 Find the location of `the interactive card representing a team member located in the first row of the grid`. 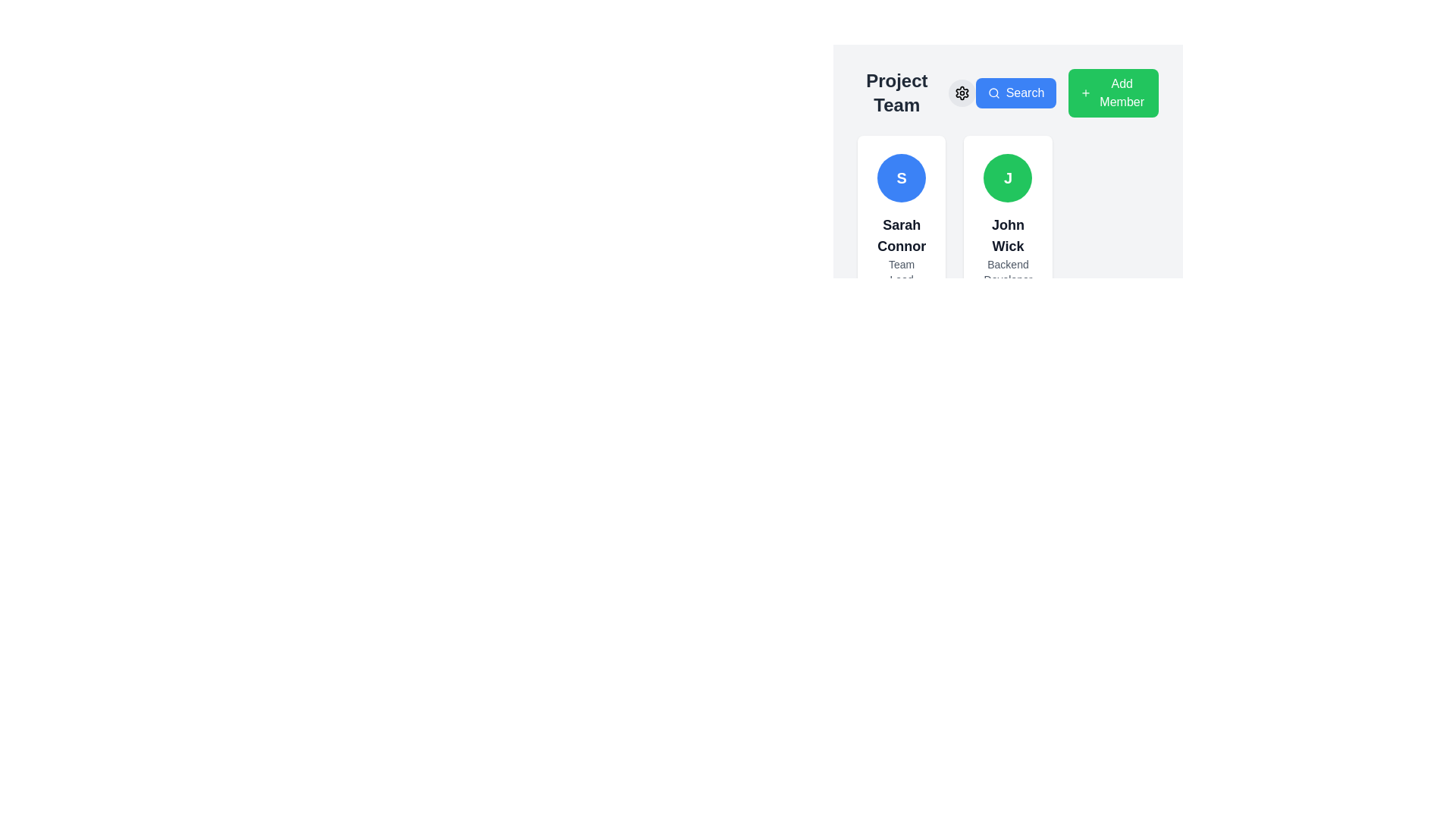

the interactive card representing a team member located in the first row of the grid is located at coordinates (902, 220).